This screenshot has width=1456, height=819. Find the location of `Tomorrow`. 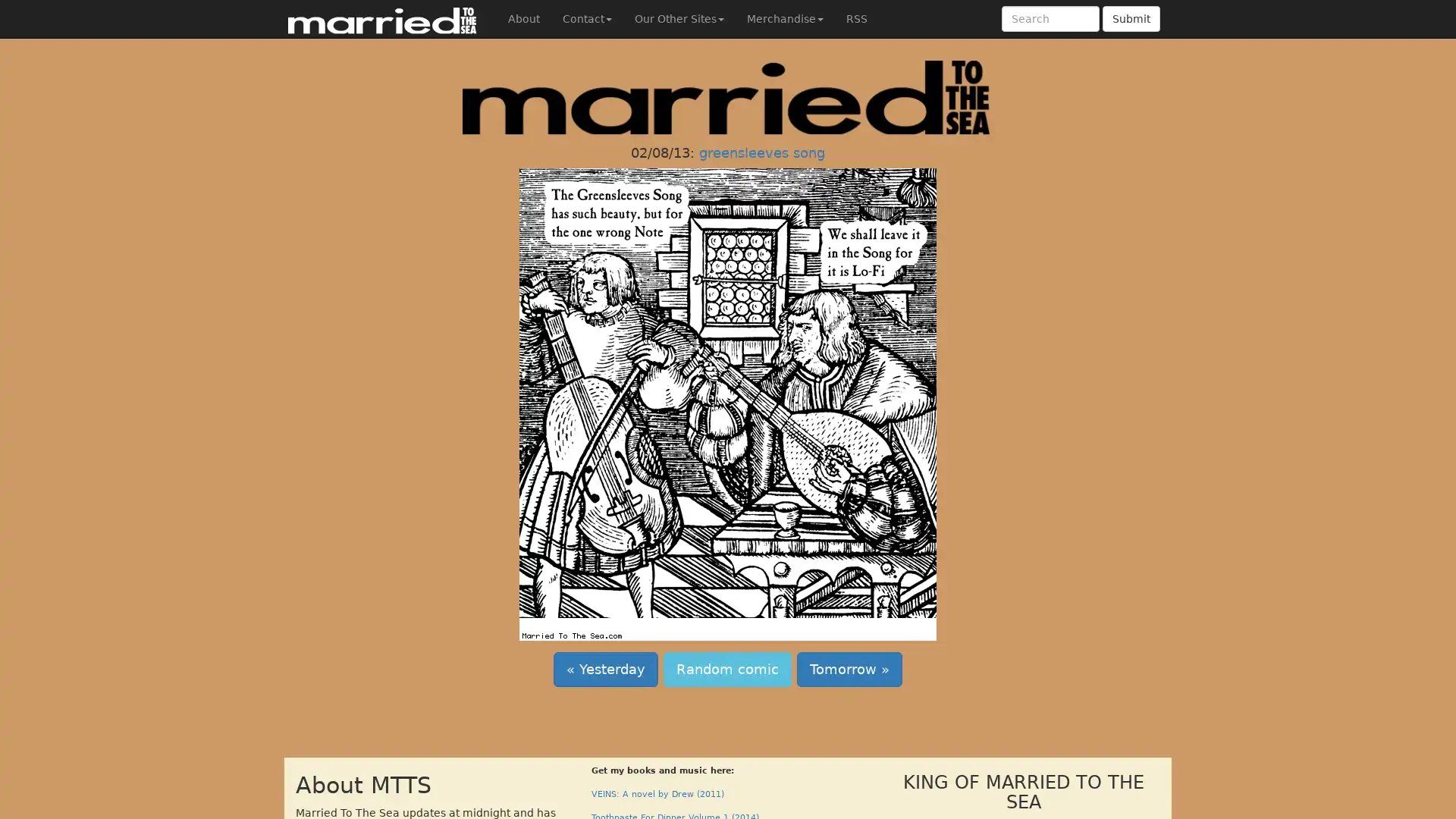

Tomorrow is located at coordinates (849, 668).